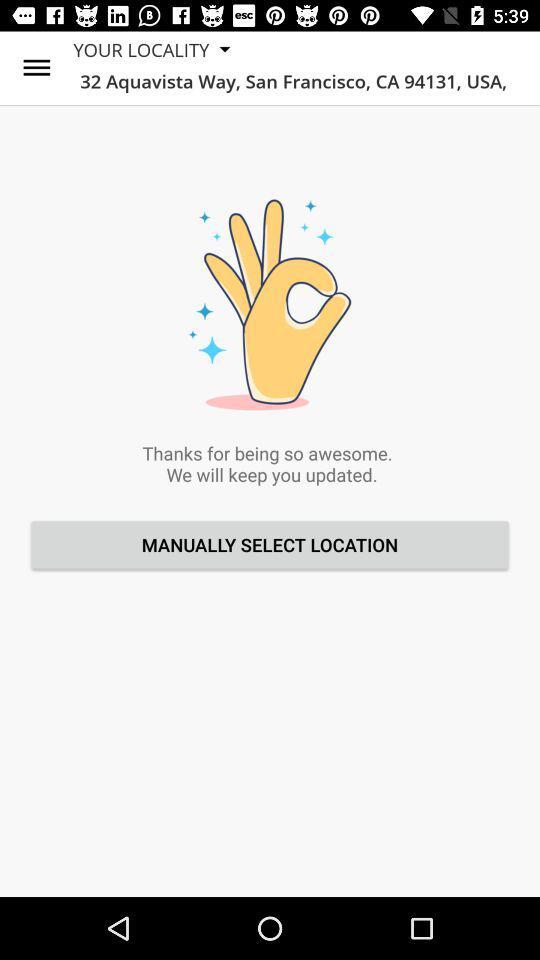 The image size is (540, 960). What do you see at coordinates (270, 544) in the screenshot?
I see `item below the thanks for being icon` at bounding box center [270, 544].